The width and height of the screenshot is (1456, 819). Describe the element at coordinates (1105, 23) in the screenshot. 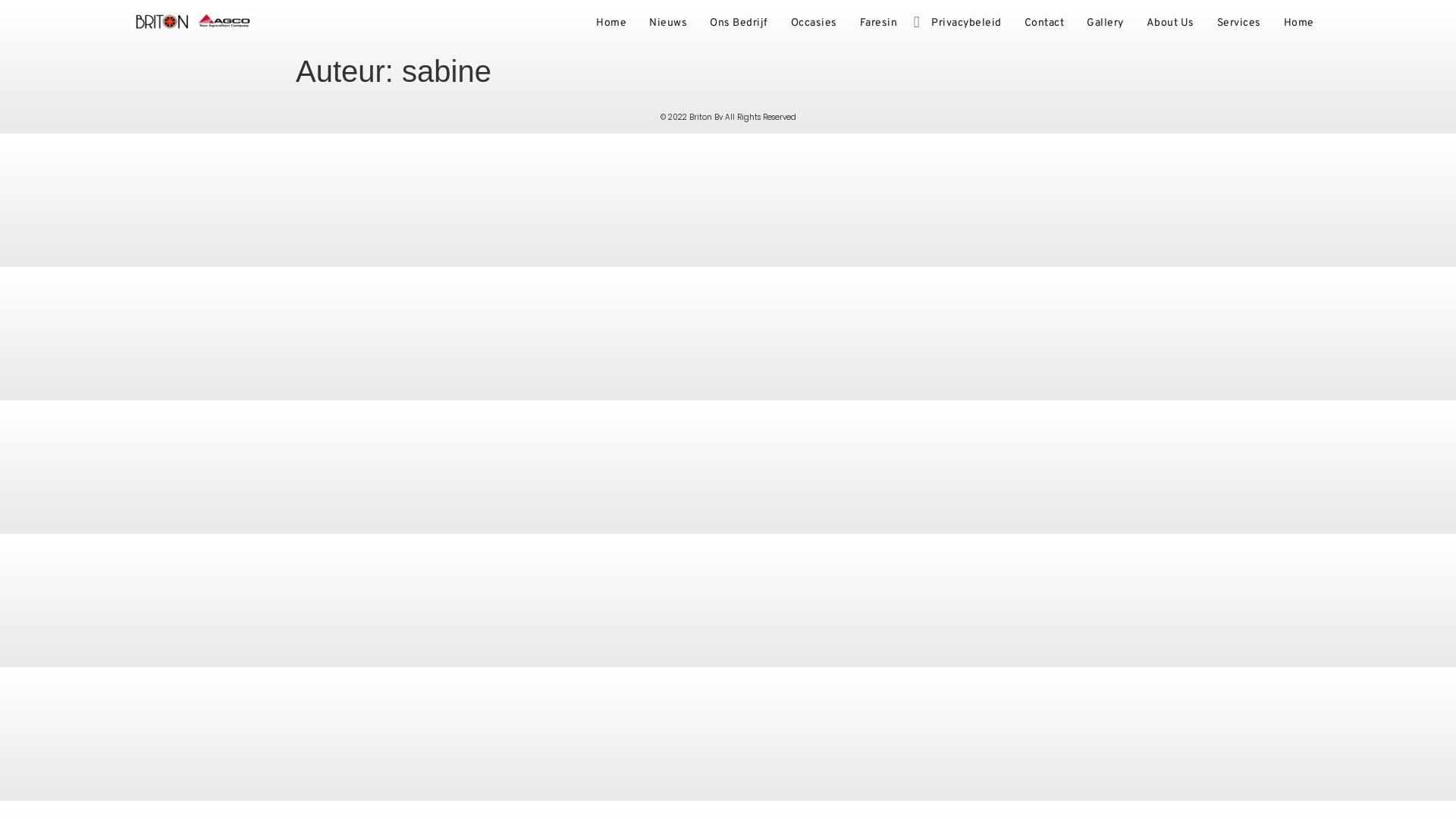

I see `'Gallery'` at that location.